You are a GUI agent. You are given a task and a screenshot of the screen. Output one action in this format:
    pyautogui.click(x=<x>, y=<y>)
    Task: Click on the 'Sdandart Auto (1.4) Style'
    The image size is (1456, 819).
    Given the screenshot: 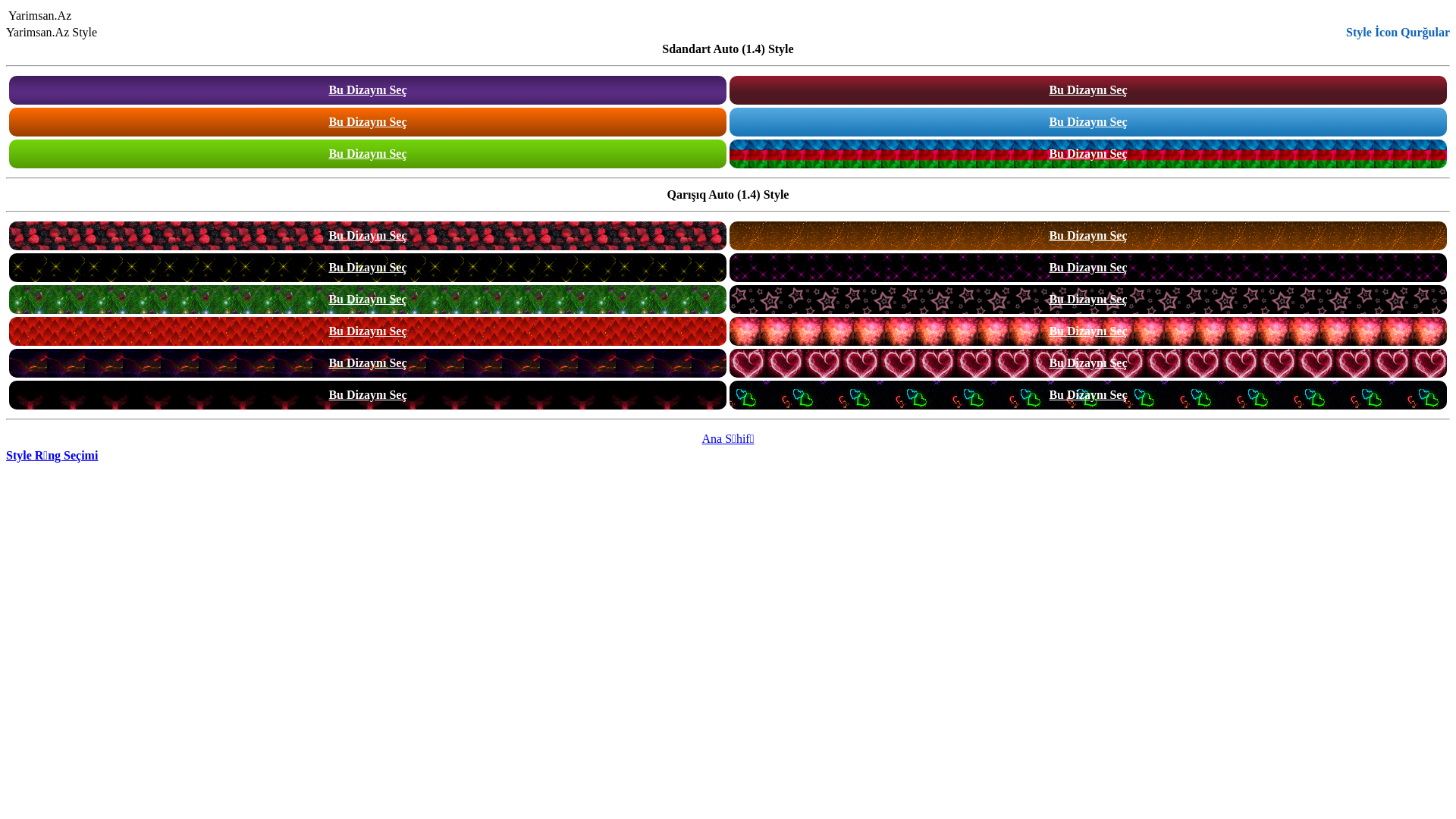 What is the action you would take?
    pyautogui.click(x=726, y=48)
    